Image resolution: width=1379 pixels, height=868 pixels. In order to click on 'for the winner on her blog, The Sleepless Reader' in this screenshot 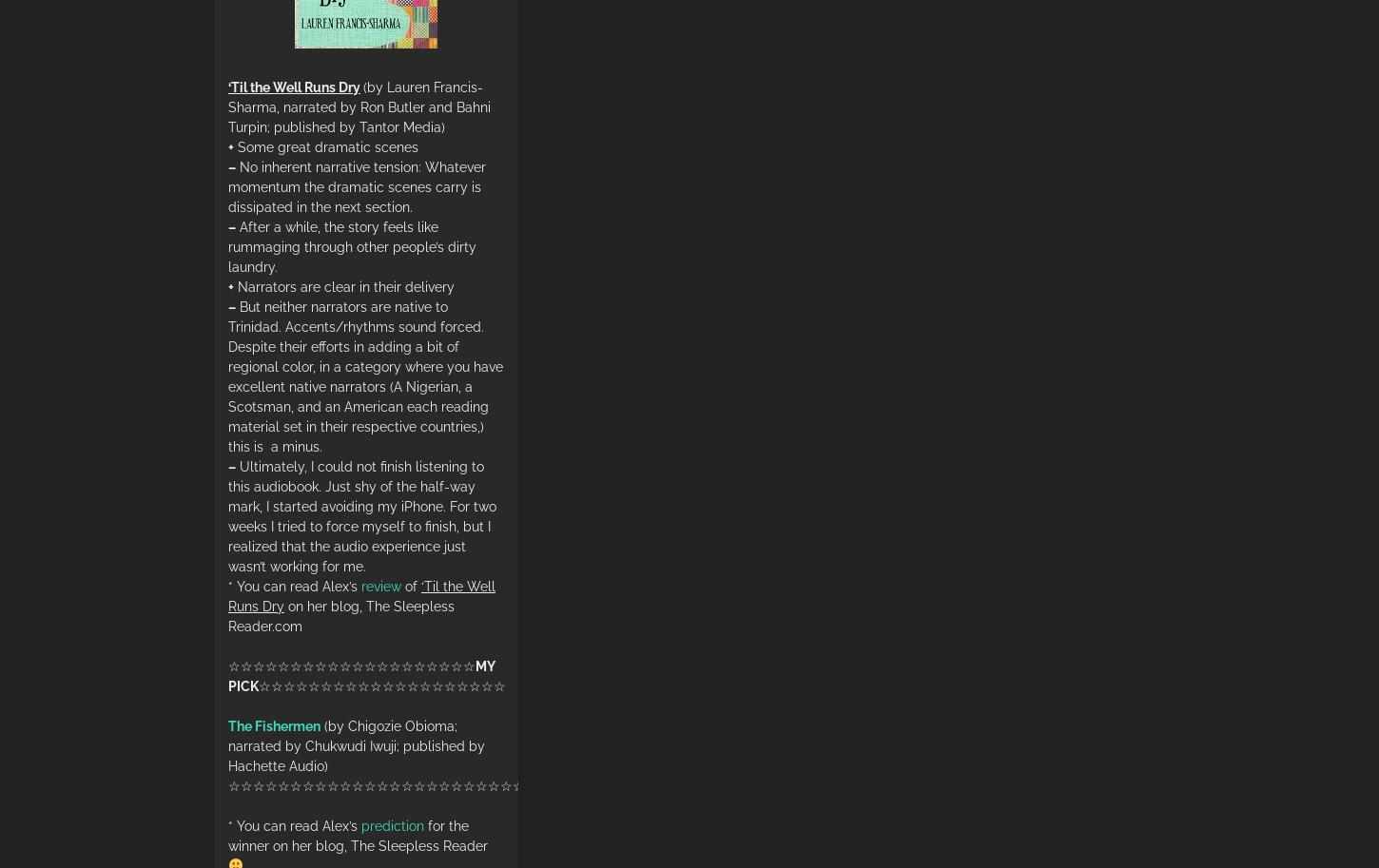, I will do `click(357, 835)`.